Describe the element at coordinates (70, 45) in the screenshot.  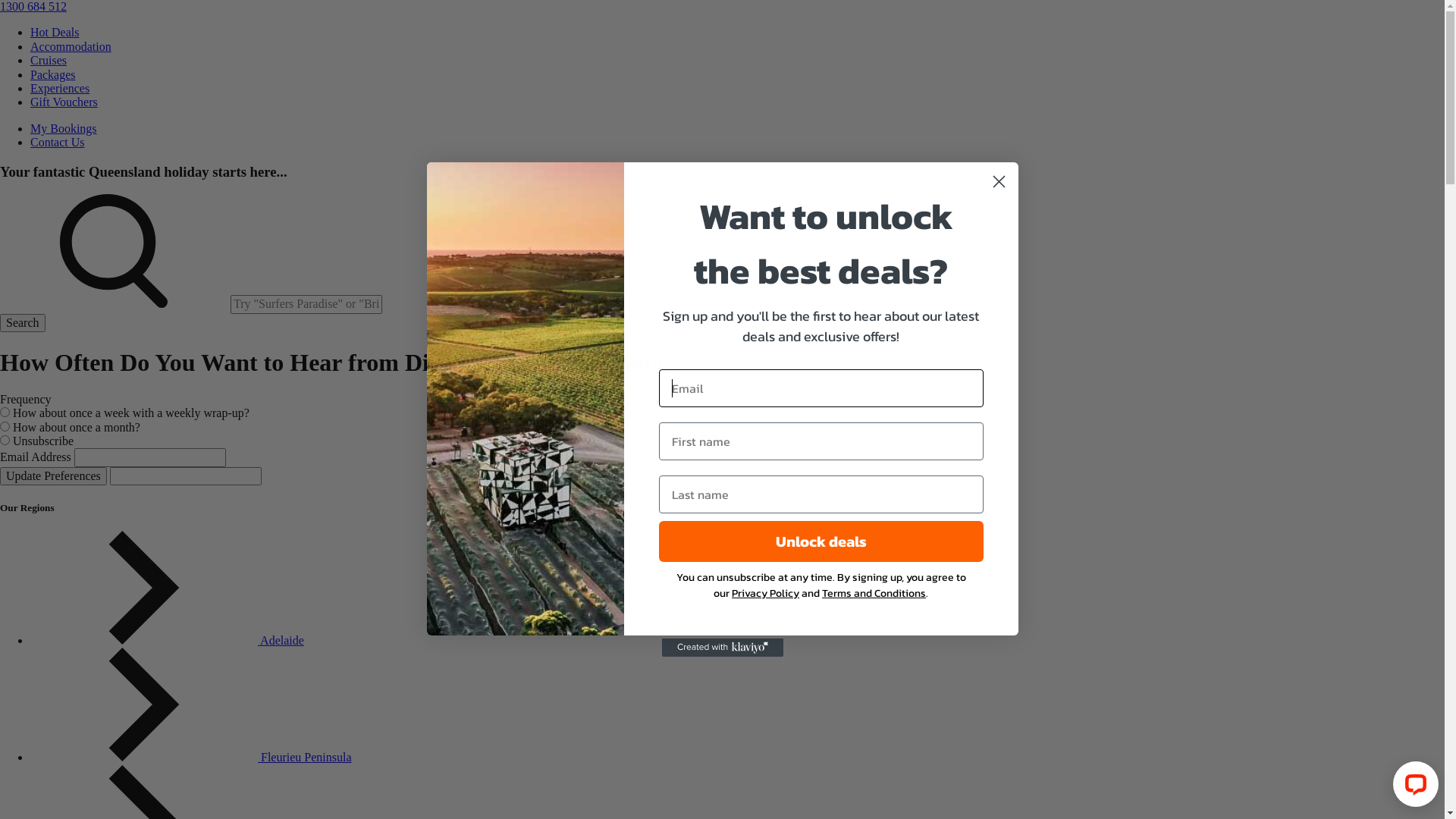
I see `'Accommodation'` at that location.